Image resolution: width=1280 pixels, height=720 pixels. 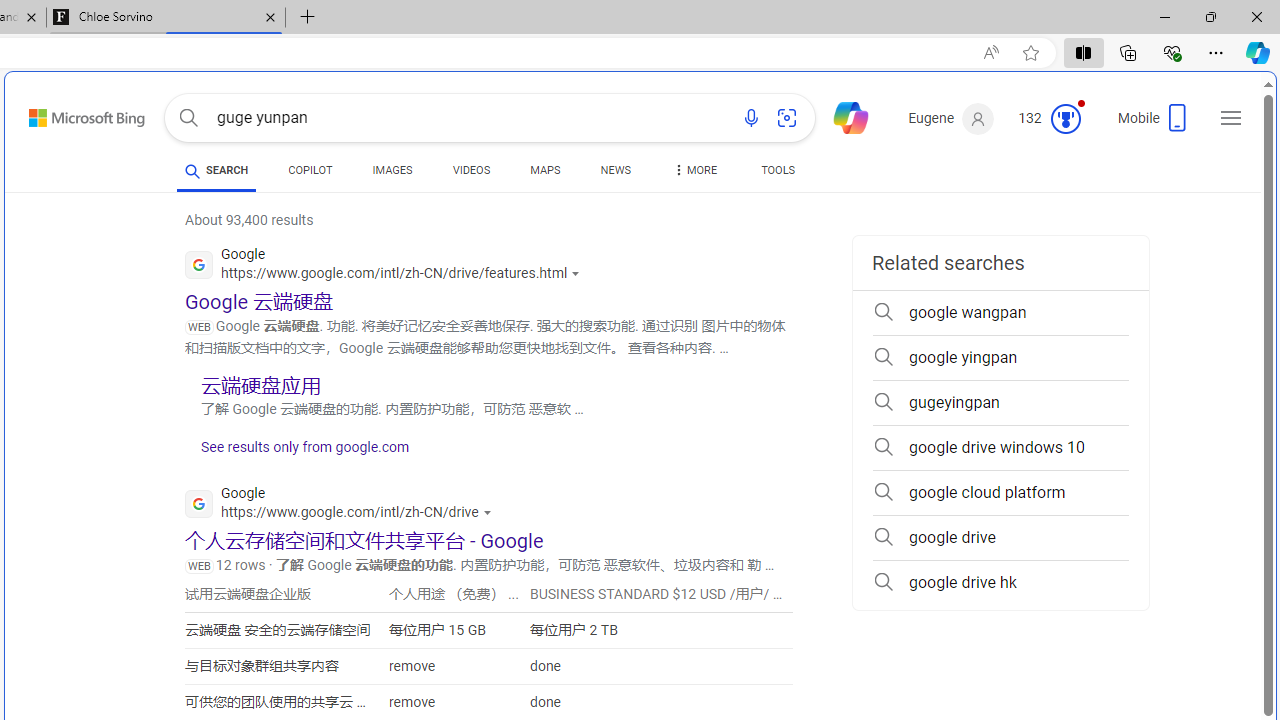 What do you see at coordinates (216, 169) in the screenshot?
I see `'SEARCH'` at bounding box center [216, 169].